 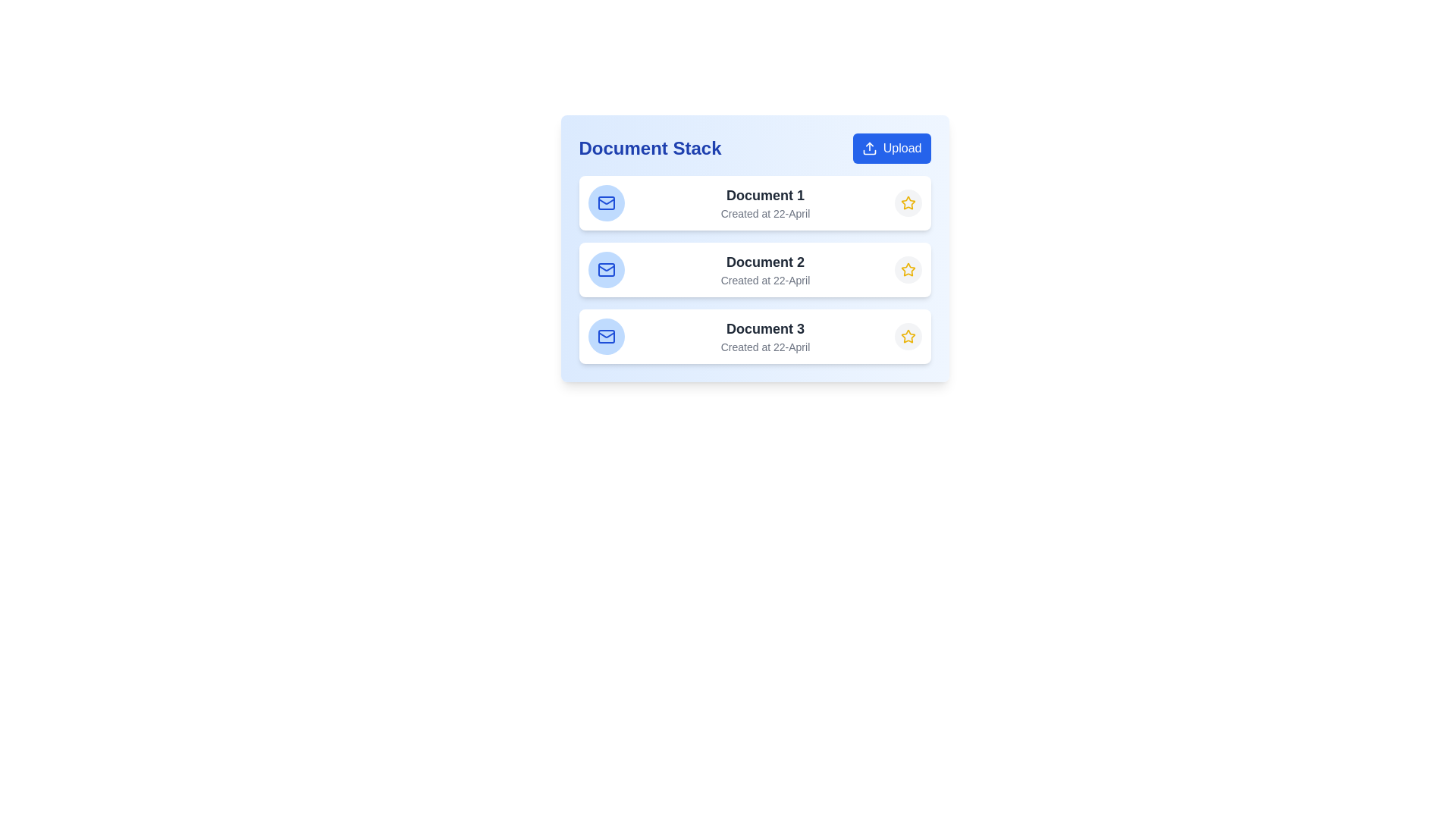 I want to click on the icon positioned to the left of the list item labeled 'Document 3' in the third row of the vertical list to focus or highlight it, so click(x=605, y=335).